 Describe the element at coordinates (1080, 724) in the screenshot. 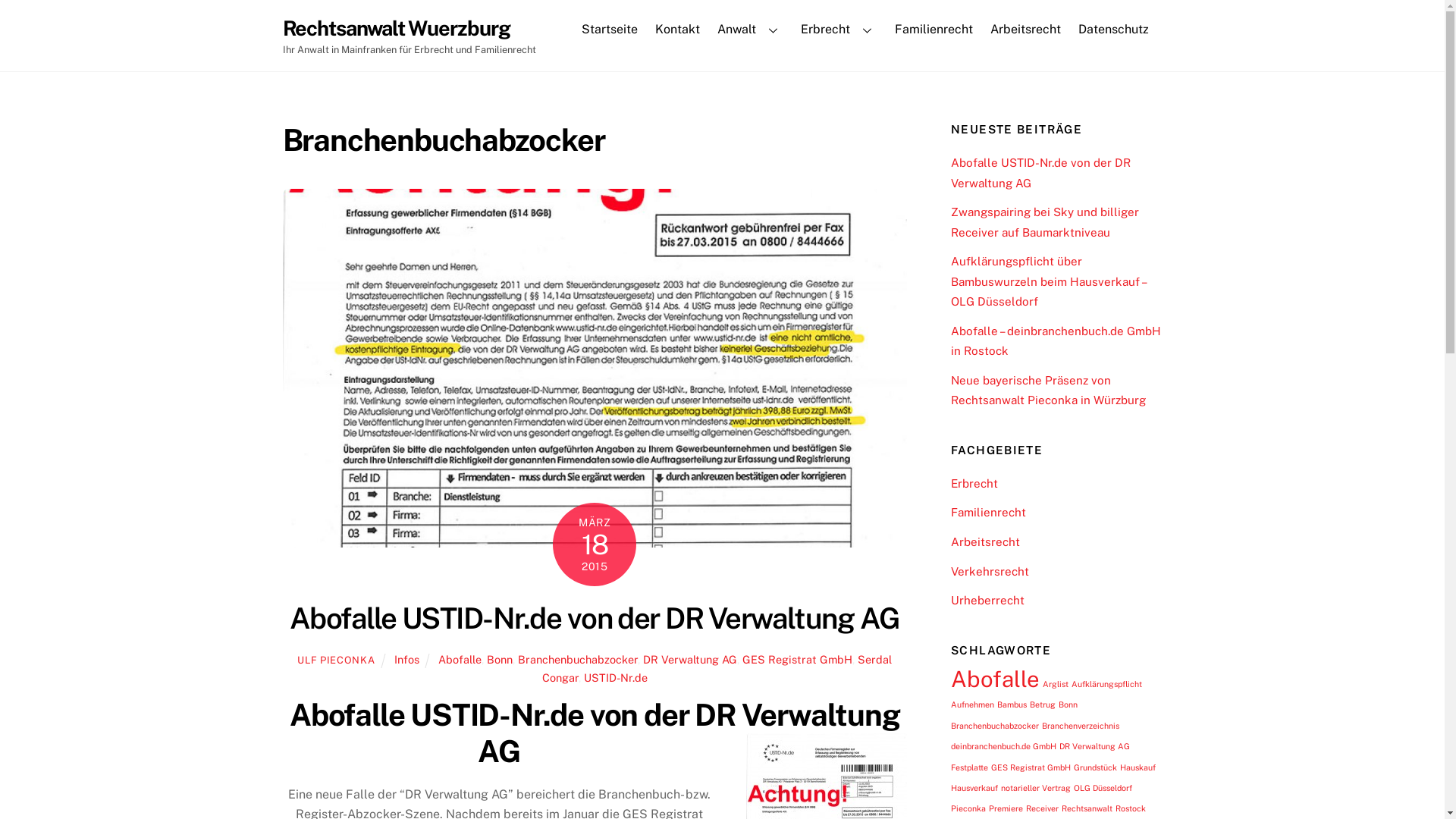

I see `'Branchenverzeichnis'` at that location.